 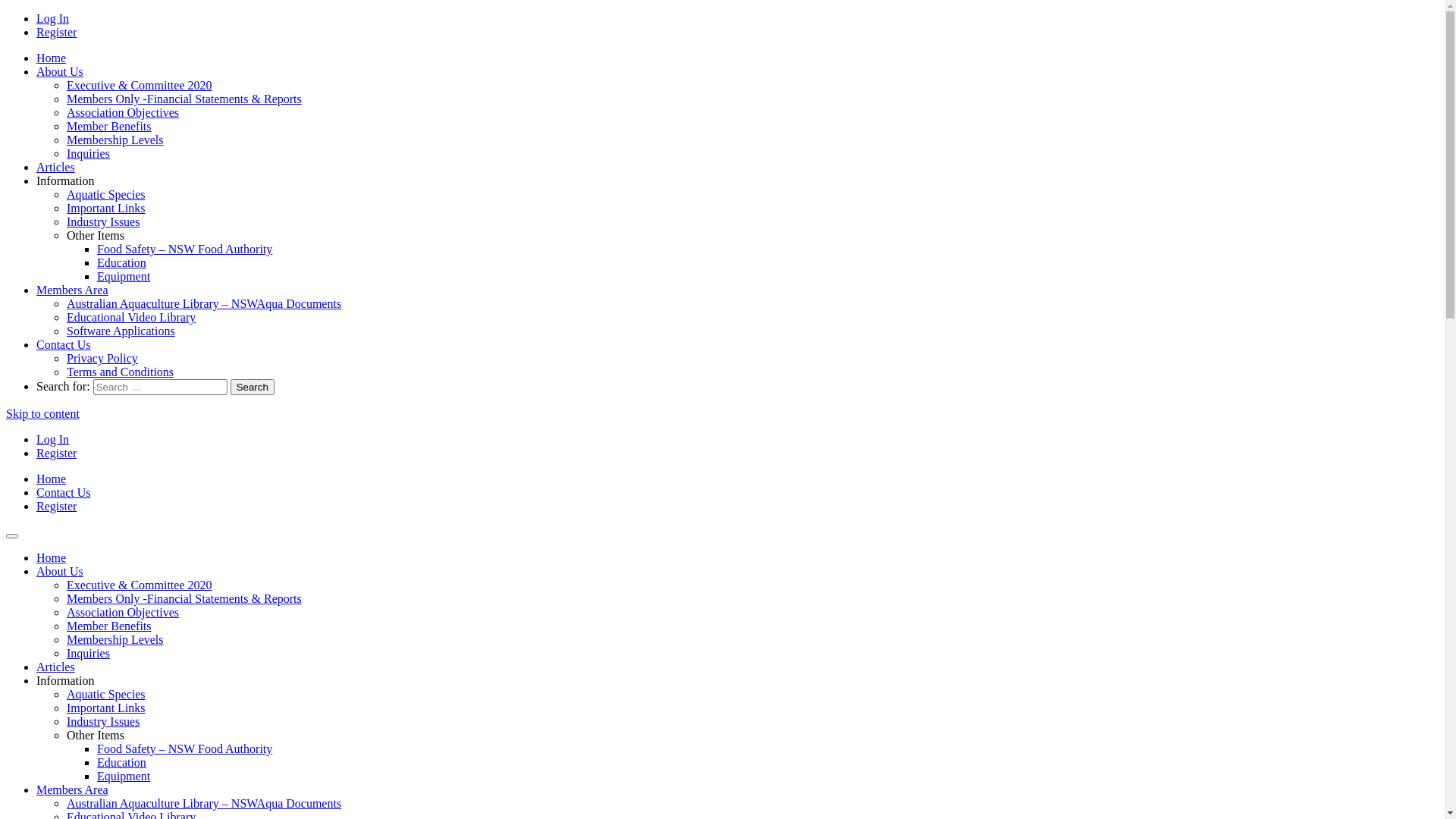 What do you see at coordinates (123, 611) in the screenshot?
I see `'Association Objectives'` at bounding box center [123, 611].